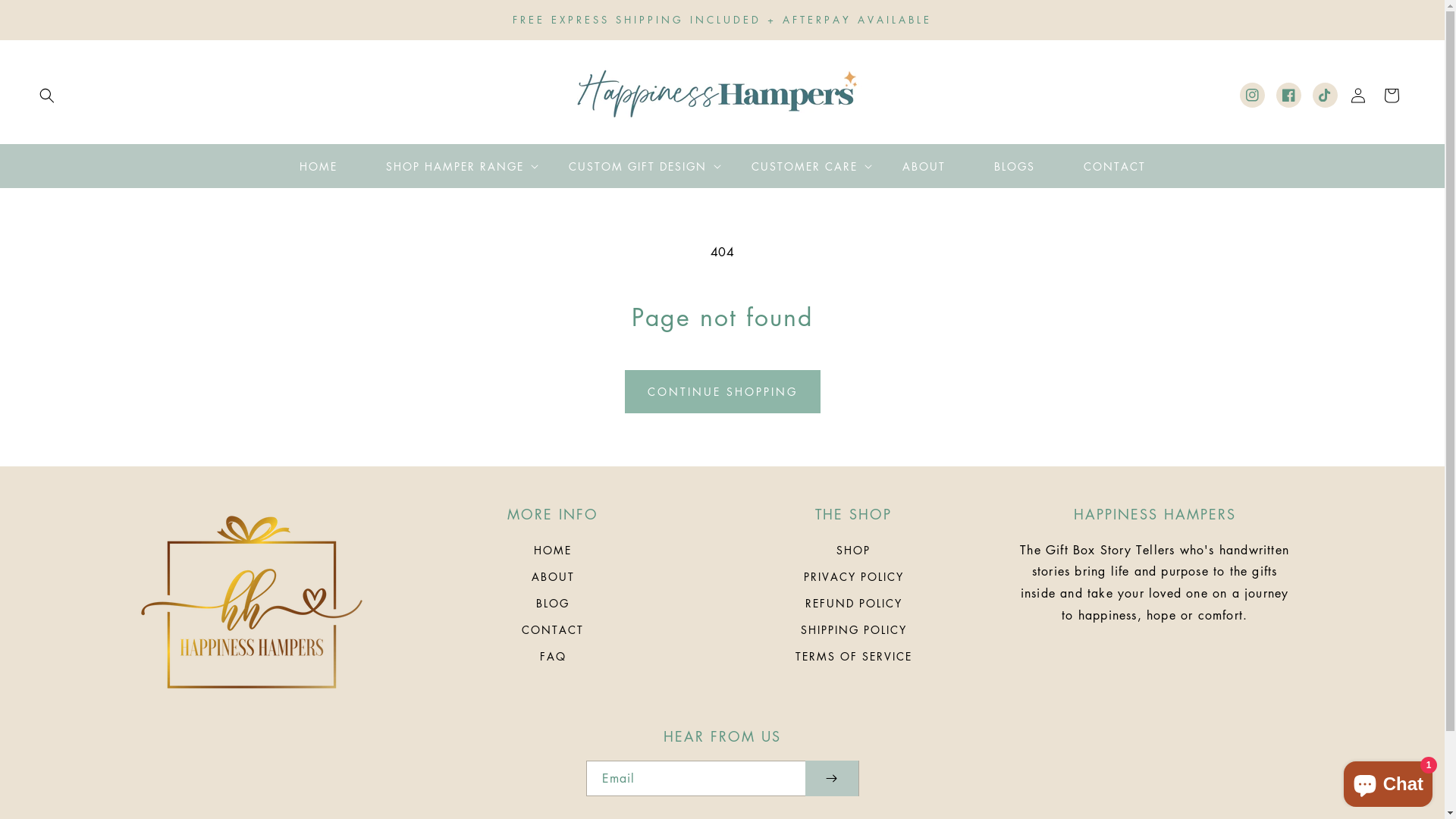 This screenshot has width=1456, height=819. Describe the element at coordinates (1324, 95) in the screenshot. I see `'TikTok'` at that location.